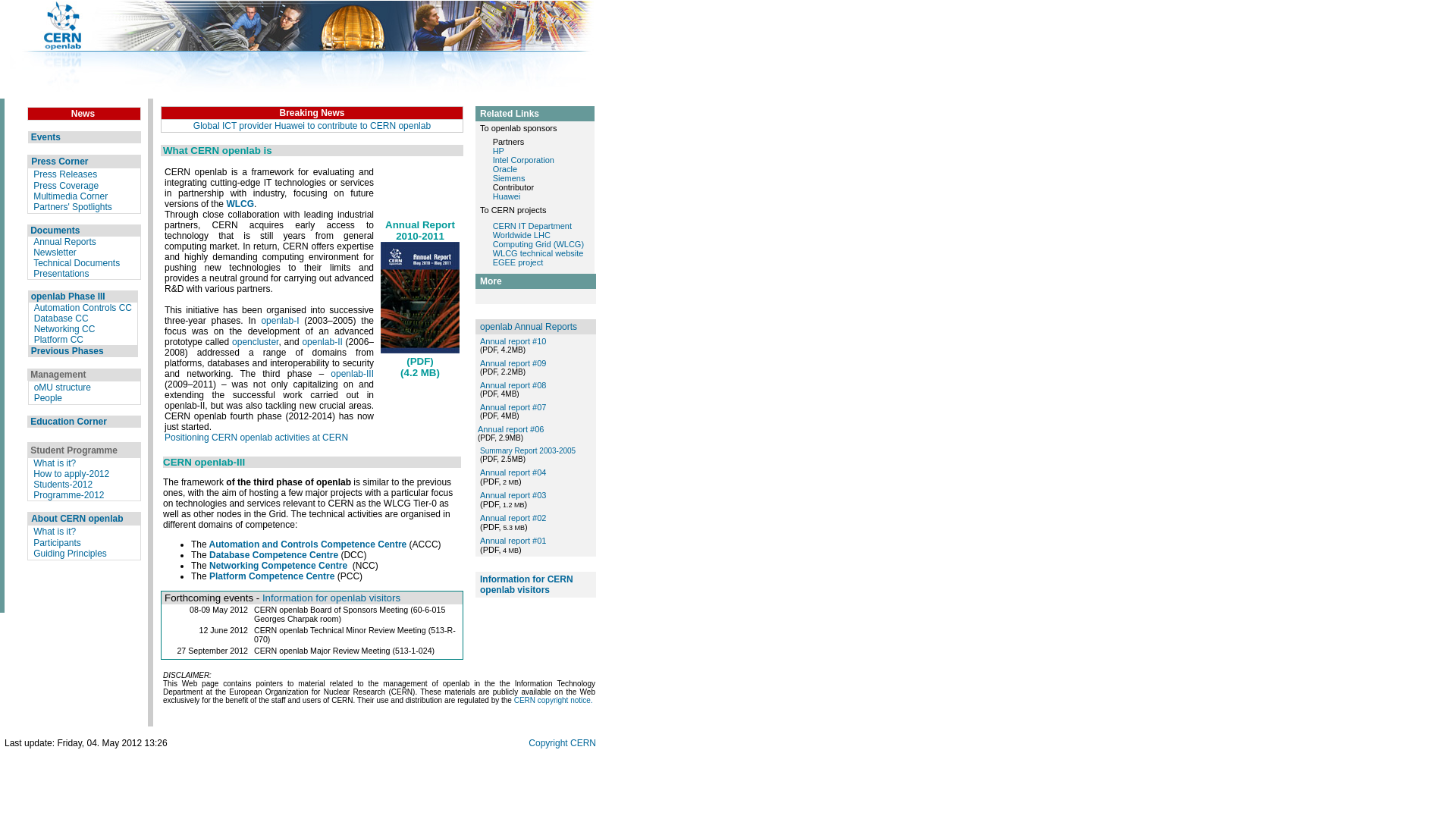  What do you see at coordinates (509, 177) in the screenshot?
I see `'Siemens'` at bounding box center [509, 177].